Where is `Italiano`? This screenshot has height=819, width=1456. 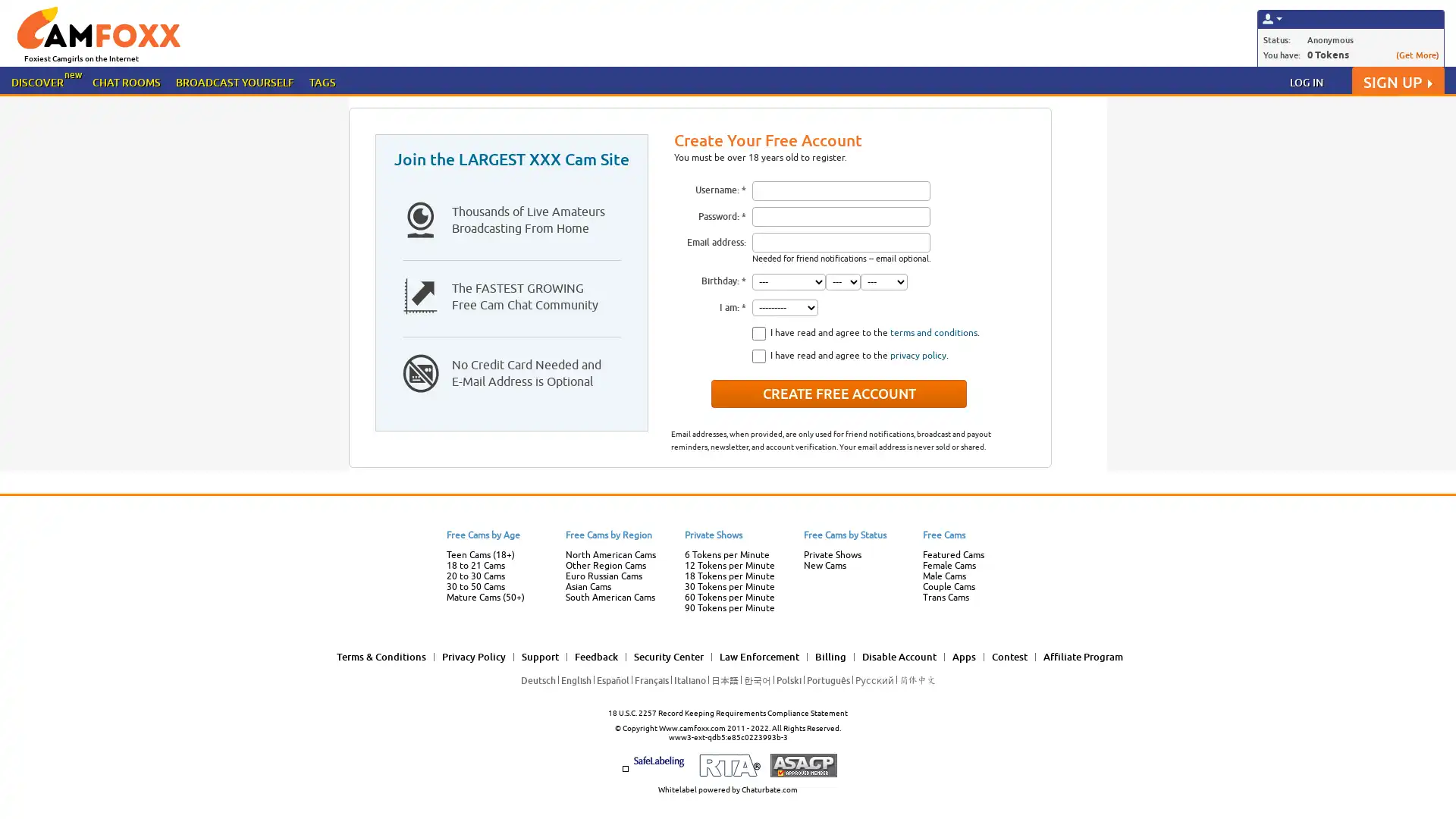 Italiano is located at coordinates (689, 680).